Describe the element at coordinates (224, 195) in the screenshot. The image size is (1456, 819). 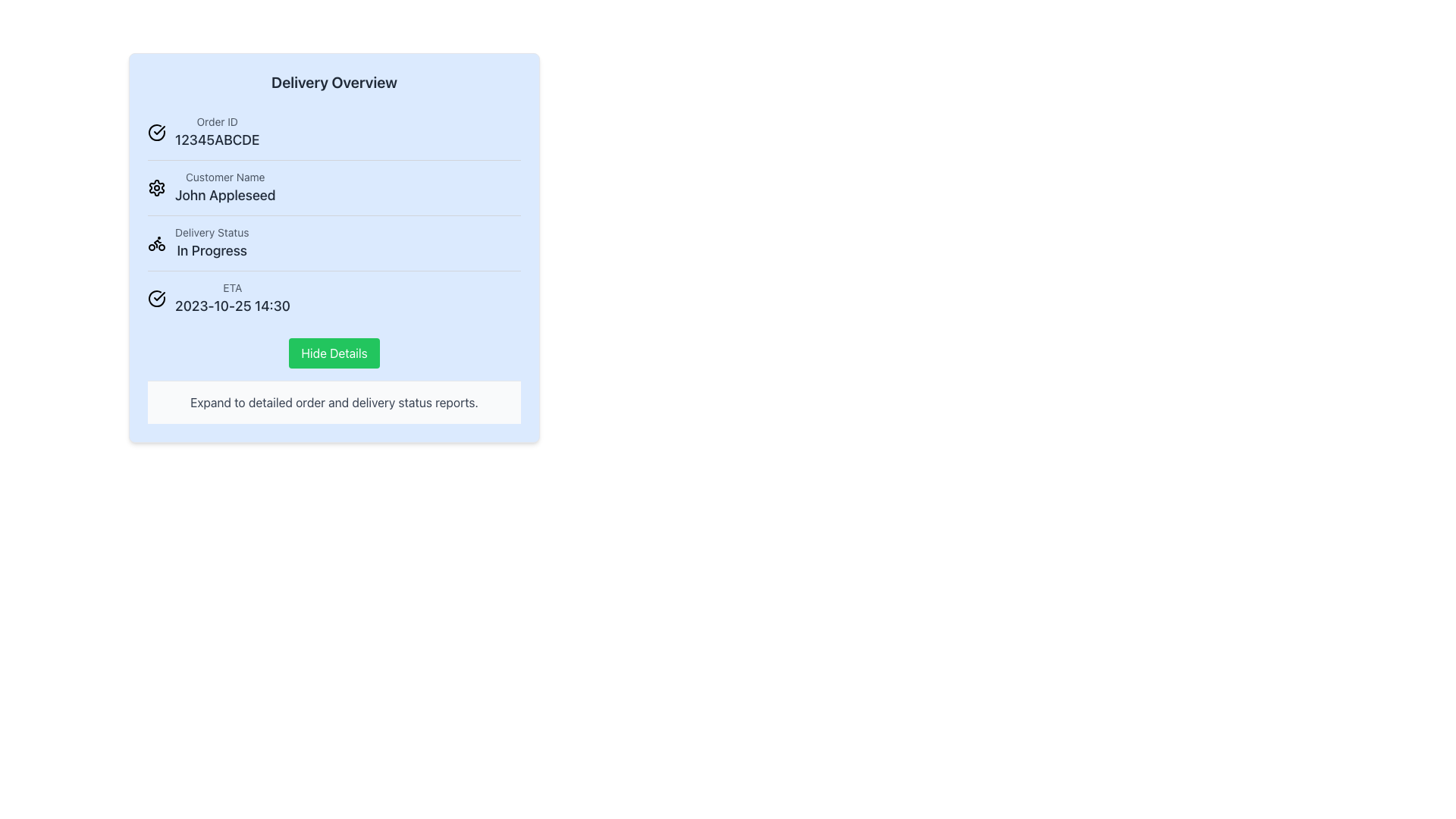
I see `the static text label displaying the customer name, positioned below the 'Delivery Overview' title and under the 'Customer Name' label` at that location.